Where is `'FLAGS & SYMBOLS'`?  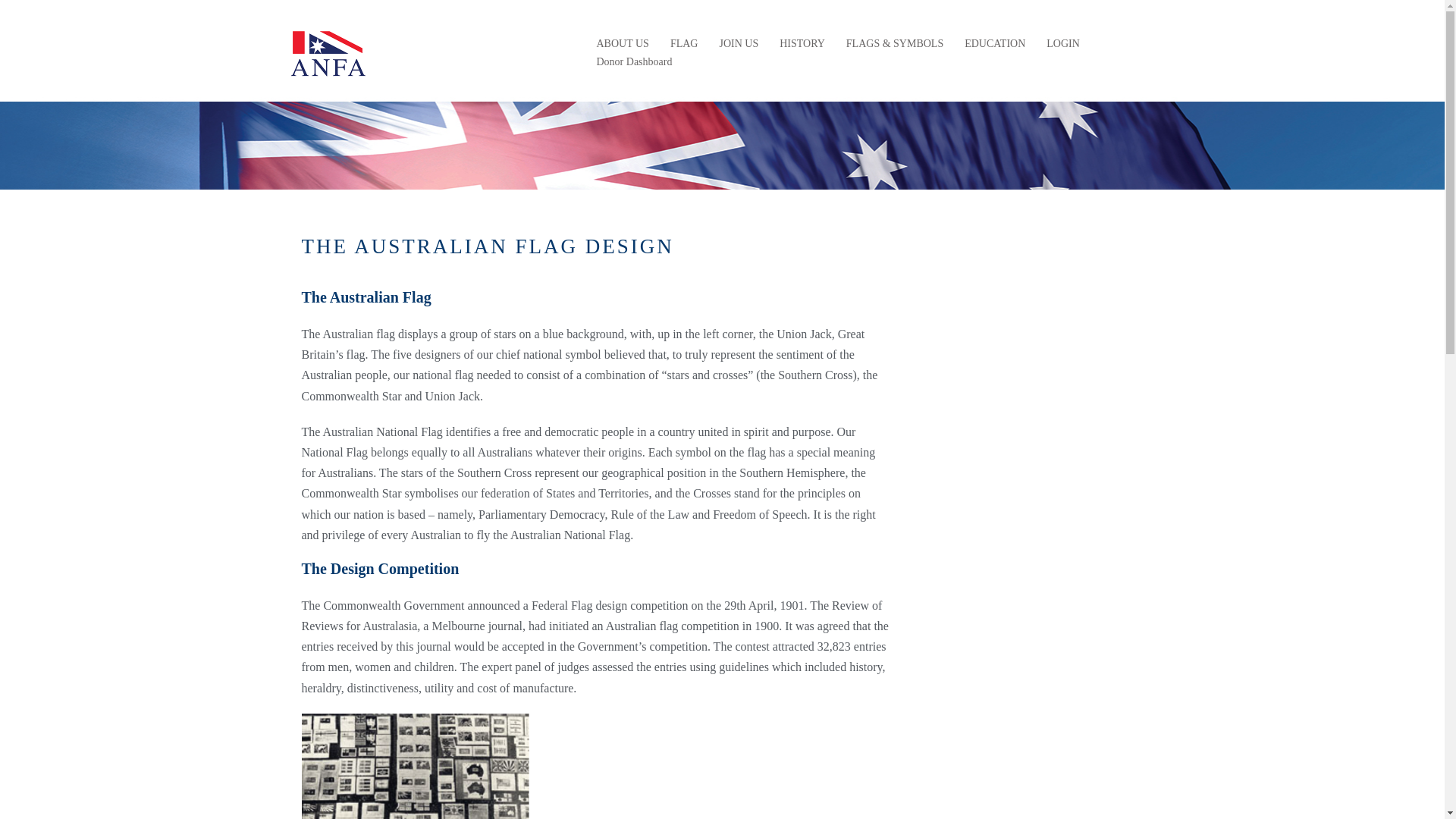
'FLAGS & SYMBOLS' is located at coordinates (895, 42).